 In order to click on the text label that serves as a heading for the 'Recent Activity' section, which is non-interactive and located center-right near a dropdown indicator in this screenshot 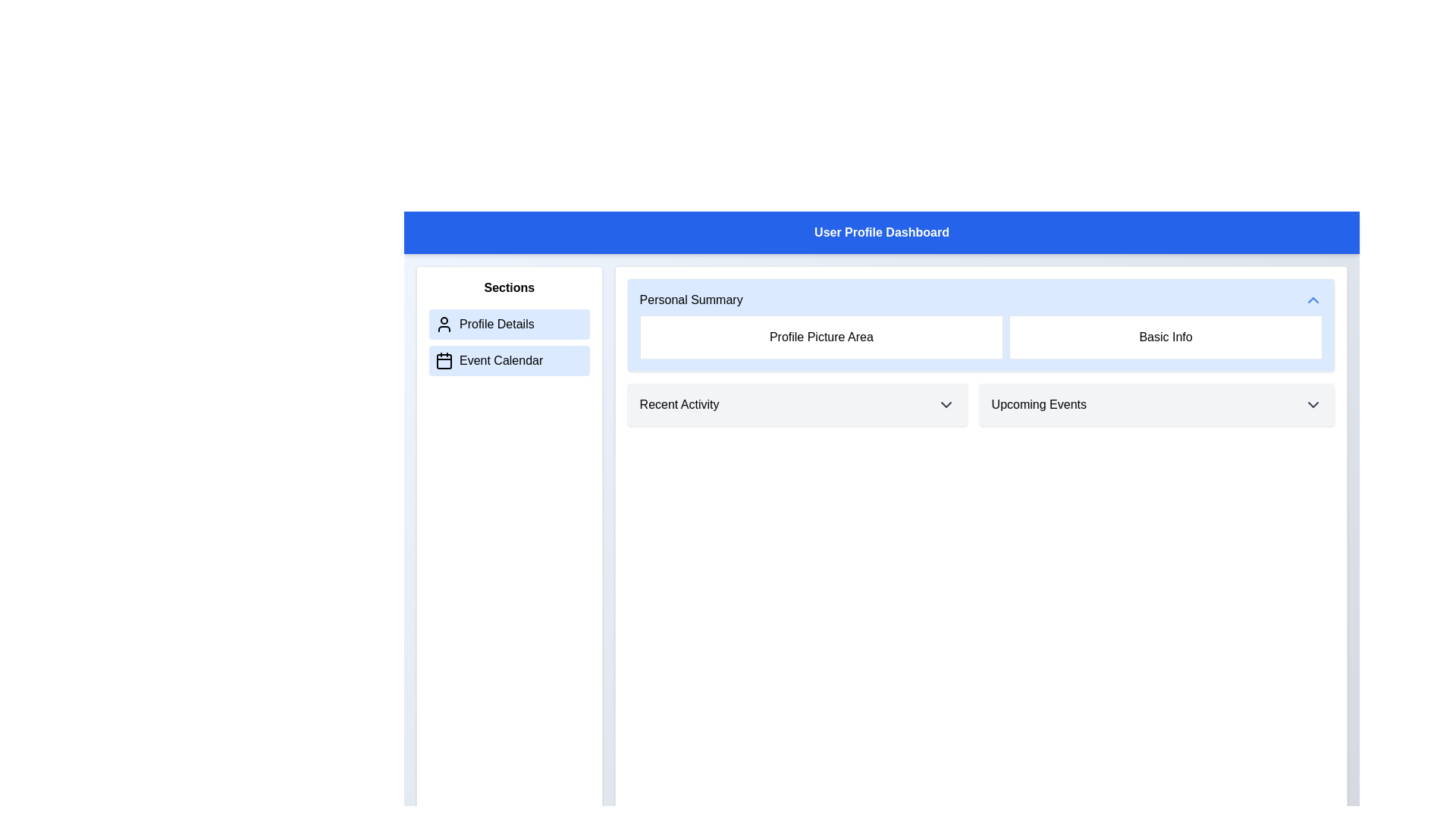, I will do `click(1038, 403)`.